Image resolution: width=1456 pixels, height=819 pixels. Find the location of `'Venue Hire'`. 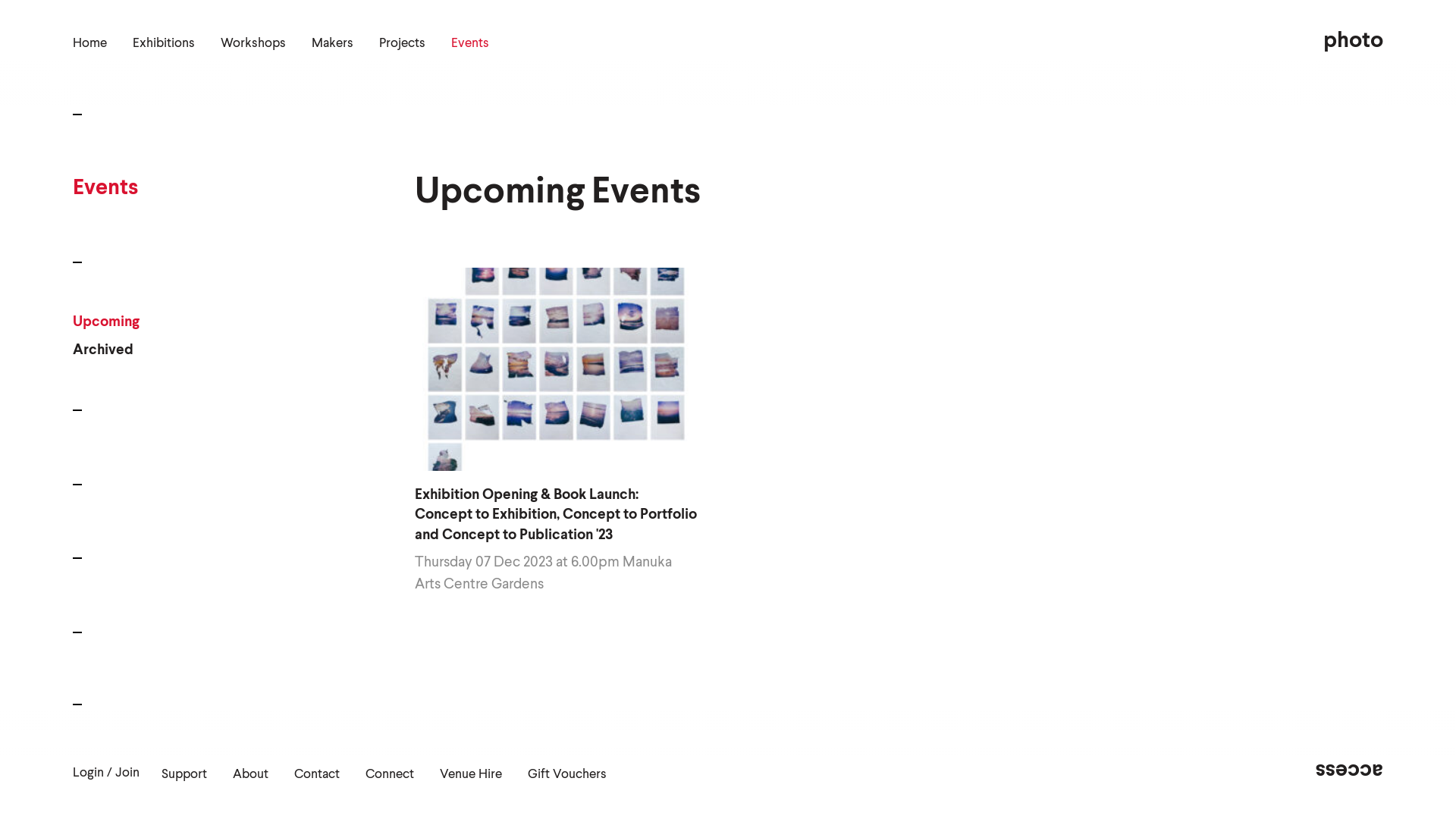

'Venue Hire' is located at coordinates (469, 774).